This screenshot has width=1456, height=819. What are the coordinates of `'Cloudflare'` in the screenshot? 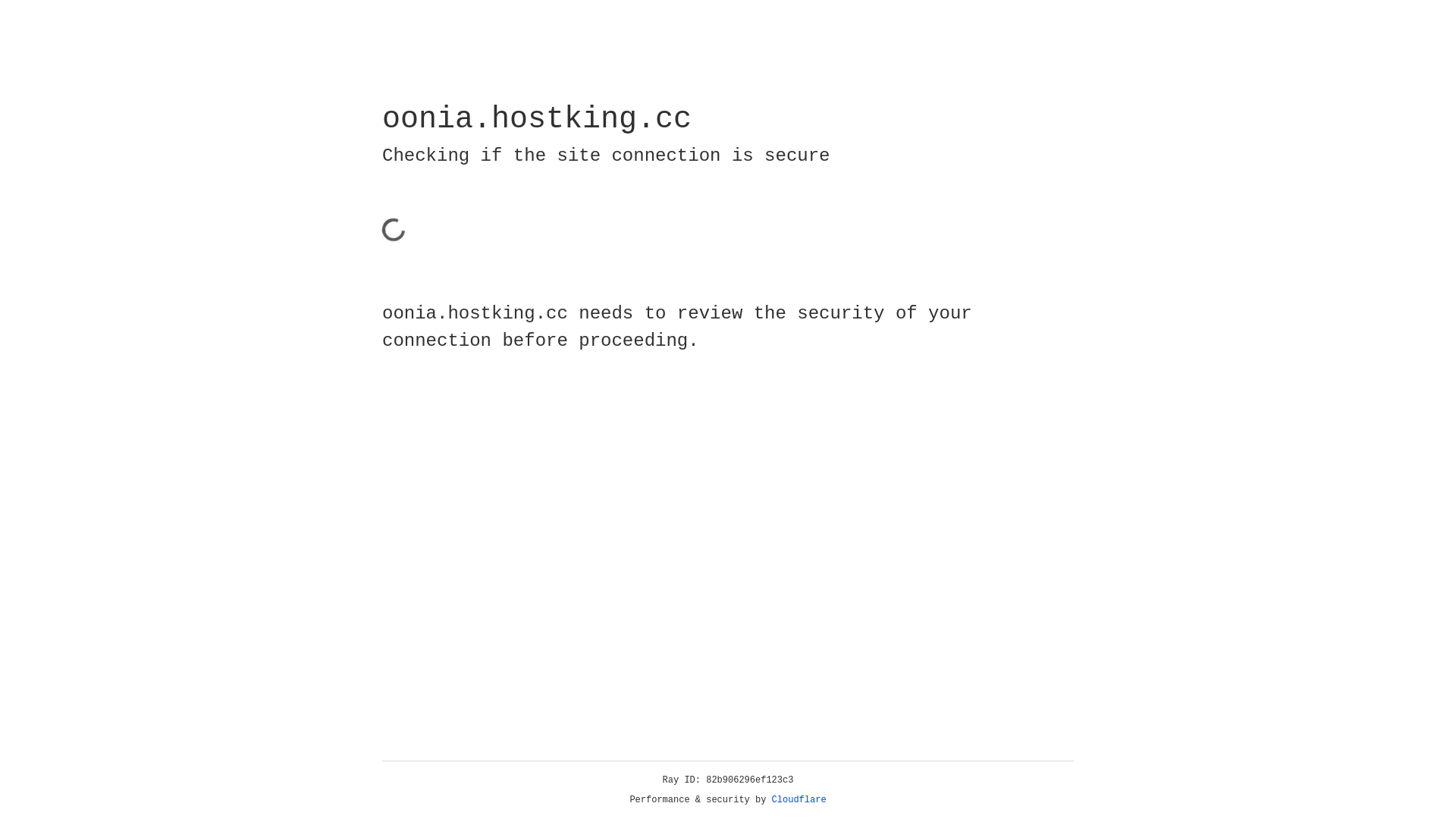 It's located at (799, 799).